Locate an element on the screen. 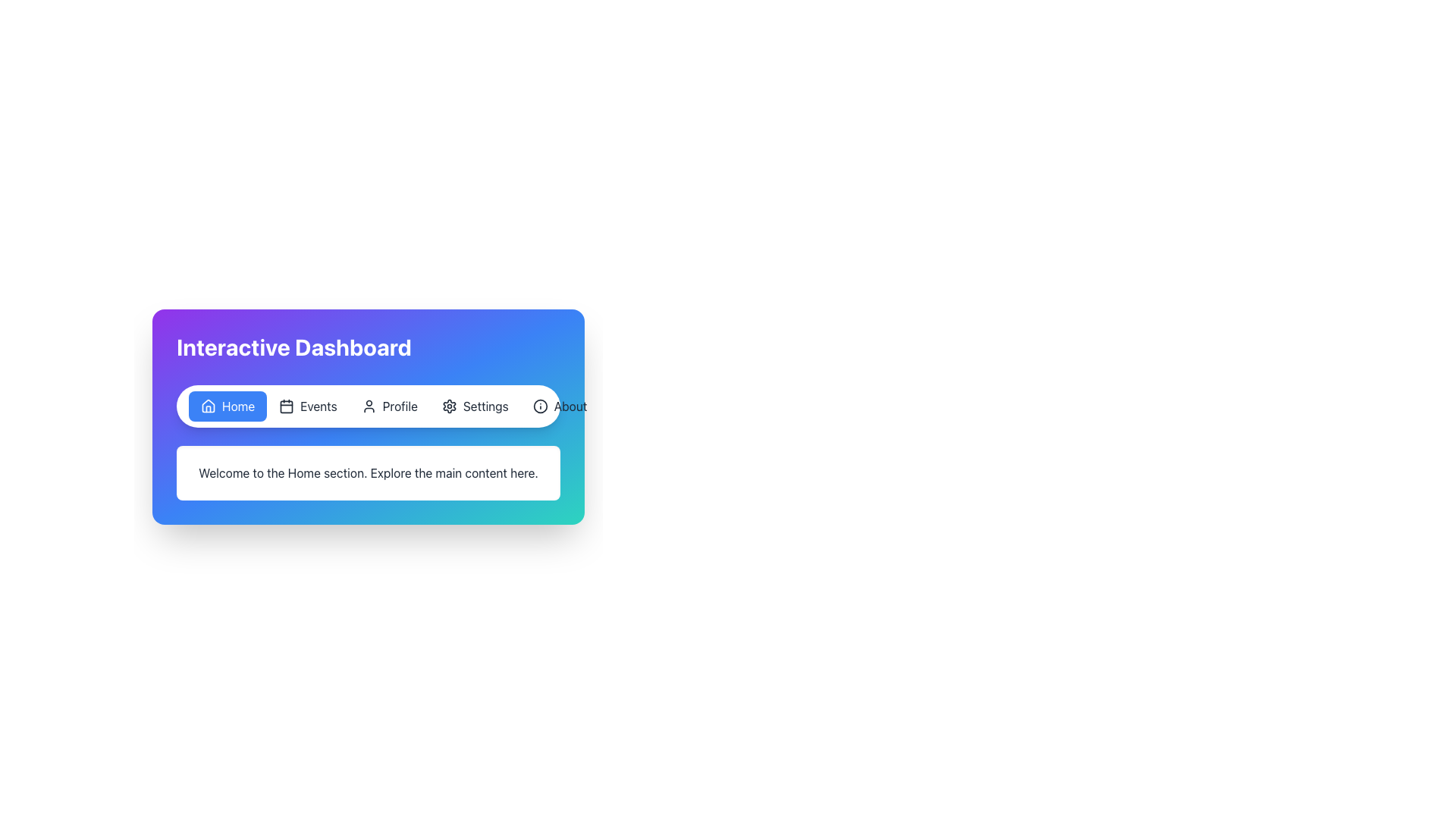  the decorative home icon located in the navigation menu at the top section of the interactive dashboard UI, to the left of the text 'Home' is located at coordinates (207, 405).